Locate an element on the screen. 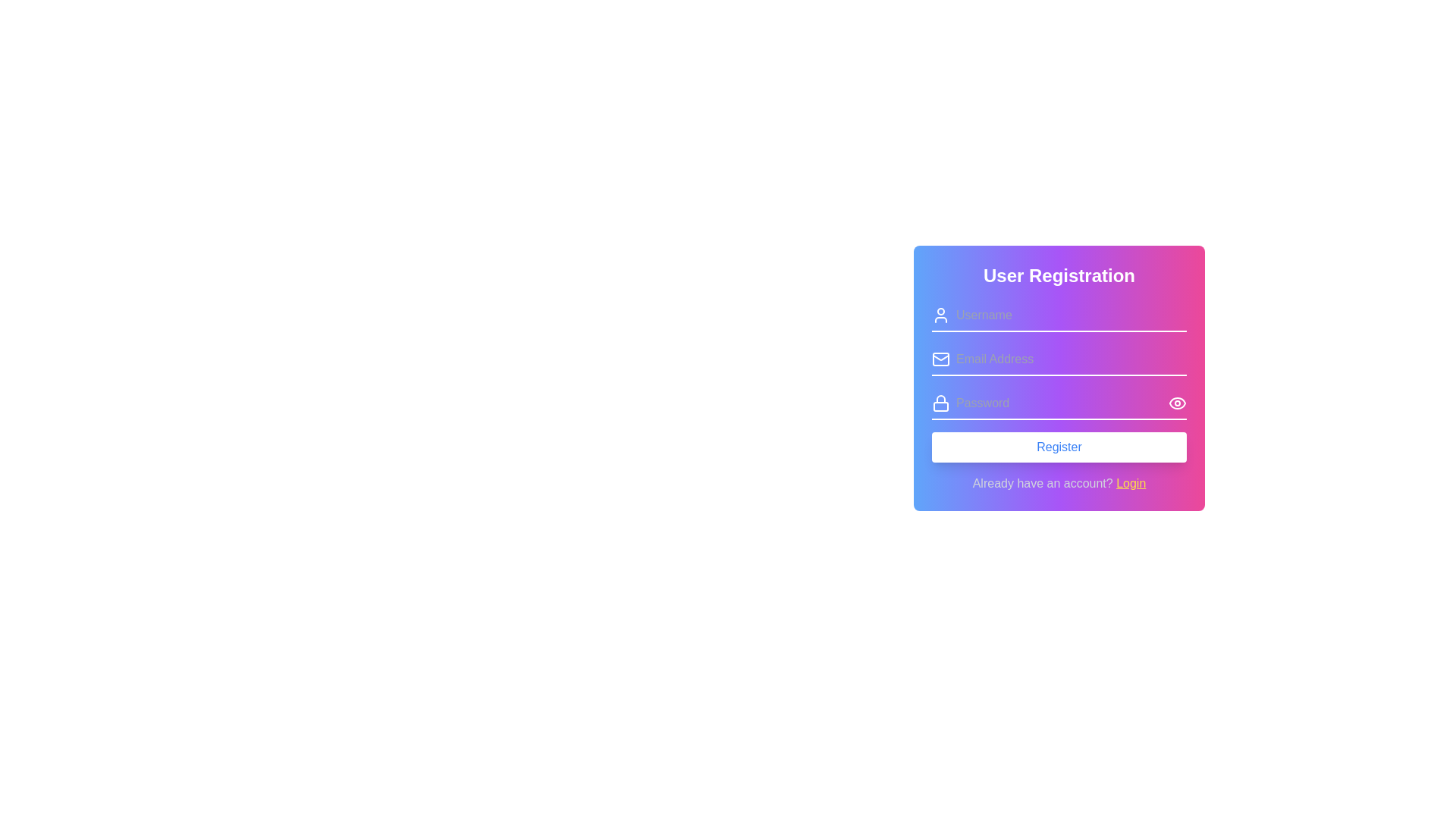 The height and width of the screenshot is (819, 1456). the eye visibility toggle icon located to the far-right of the password input field is located at coordinates (1177, 403).